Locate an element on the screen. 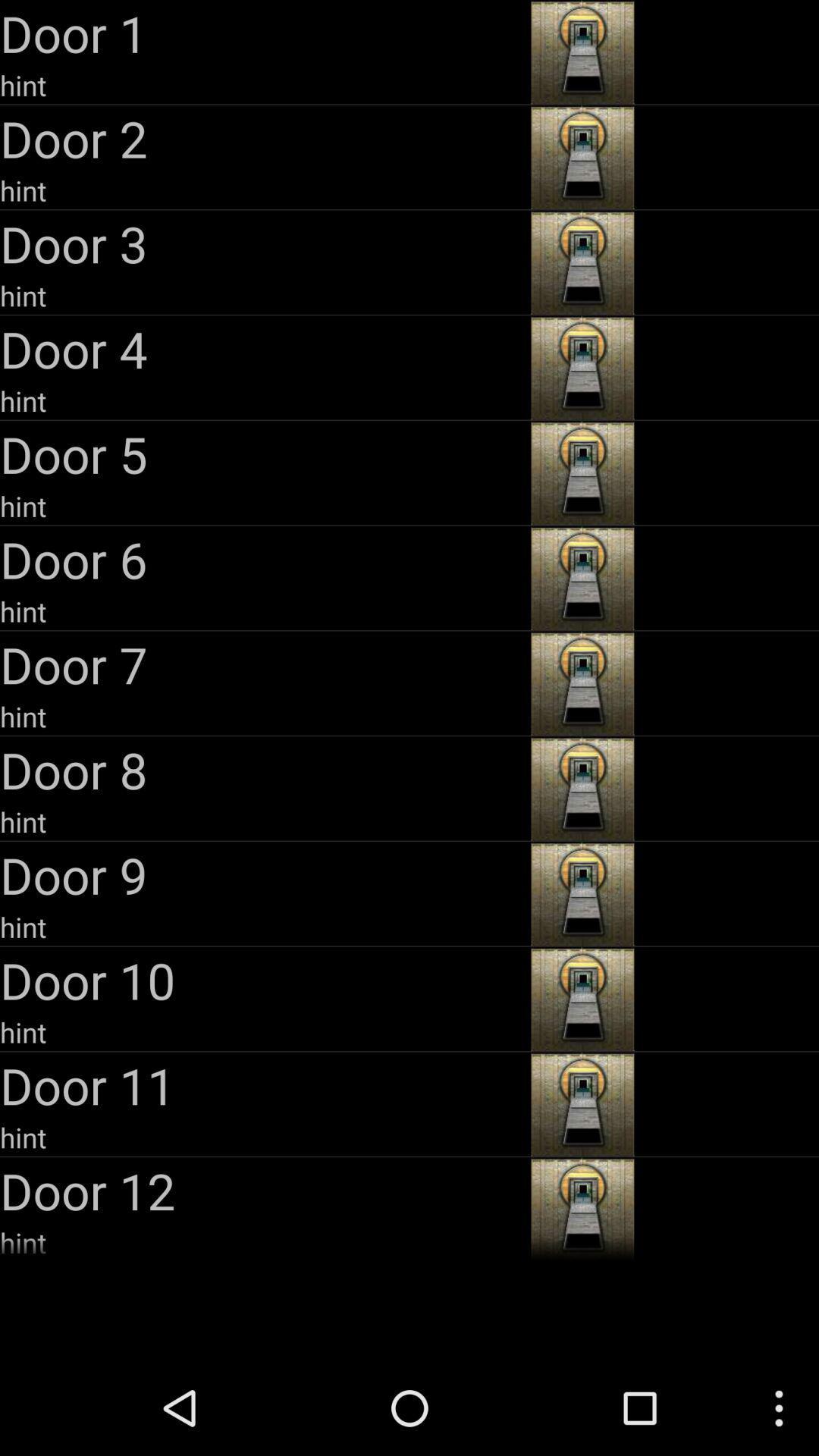  the door 7 item is located at coordinates (262, 664).